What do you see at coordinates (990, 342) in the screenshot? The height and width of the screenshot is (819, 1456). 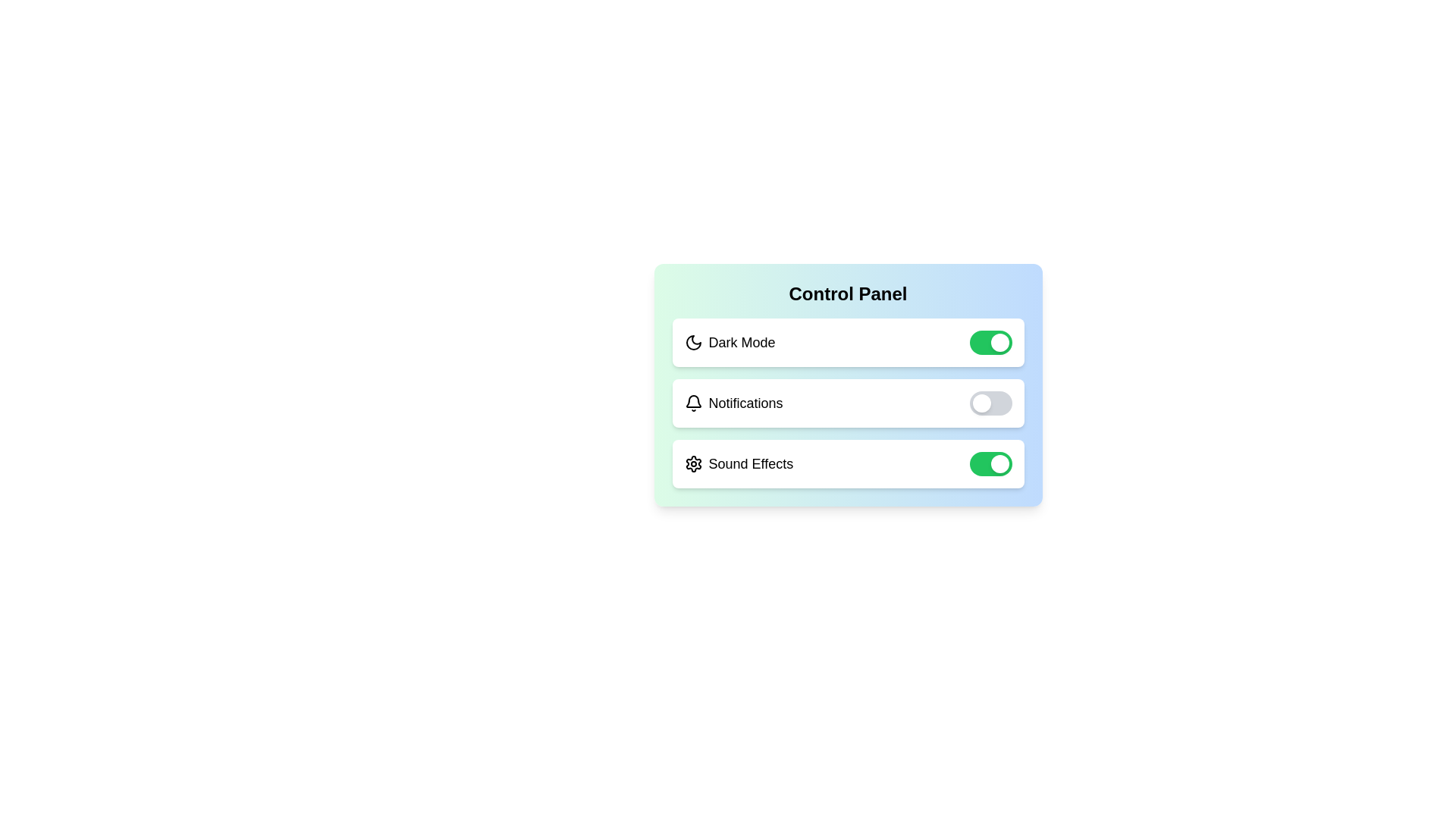 I see `the toggle button for 'Dark Mode' to change its state` at bounding box center [990, 342].